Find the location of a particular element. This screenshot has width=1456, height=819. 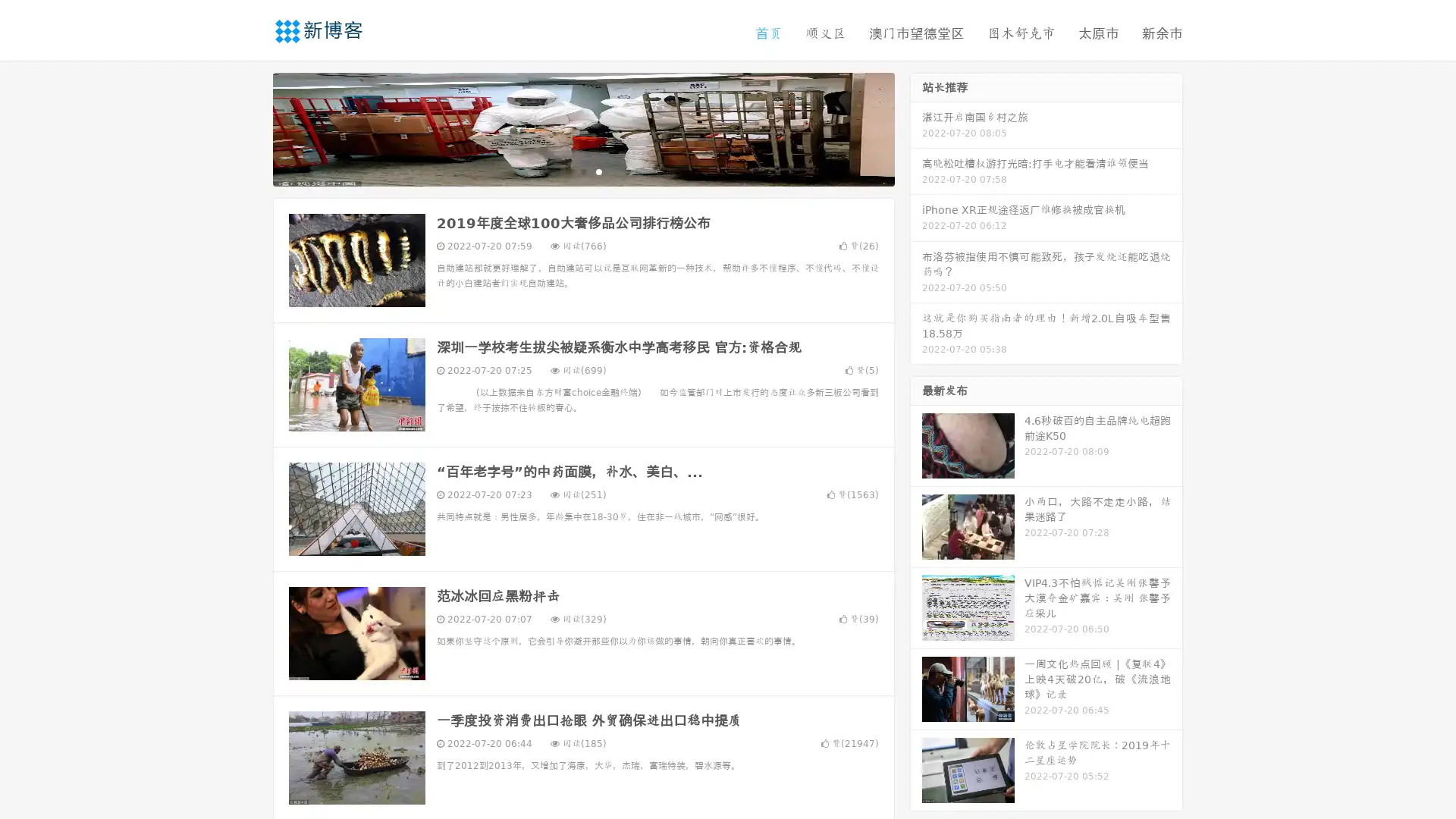

Previous slide is located at coordinates (250, 127).